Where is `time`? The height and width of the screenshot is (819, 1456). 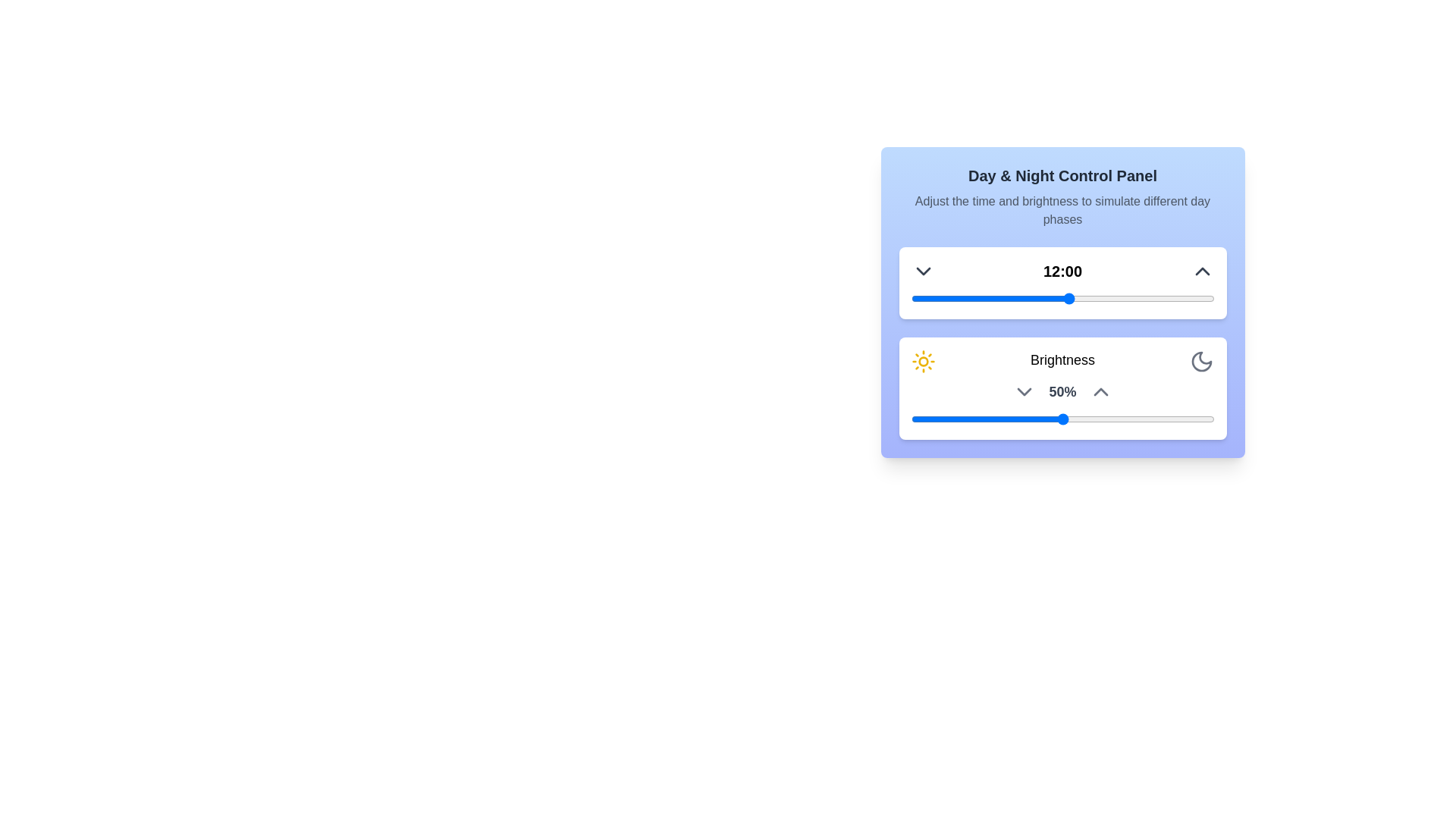 time is located at coordinates (1003, 298).